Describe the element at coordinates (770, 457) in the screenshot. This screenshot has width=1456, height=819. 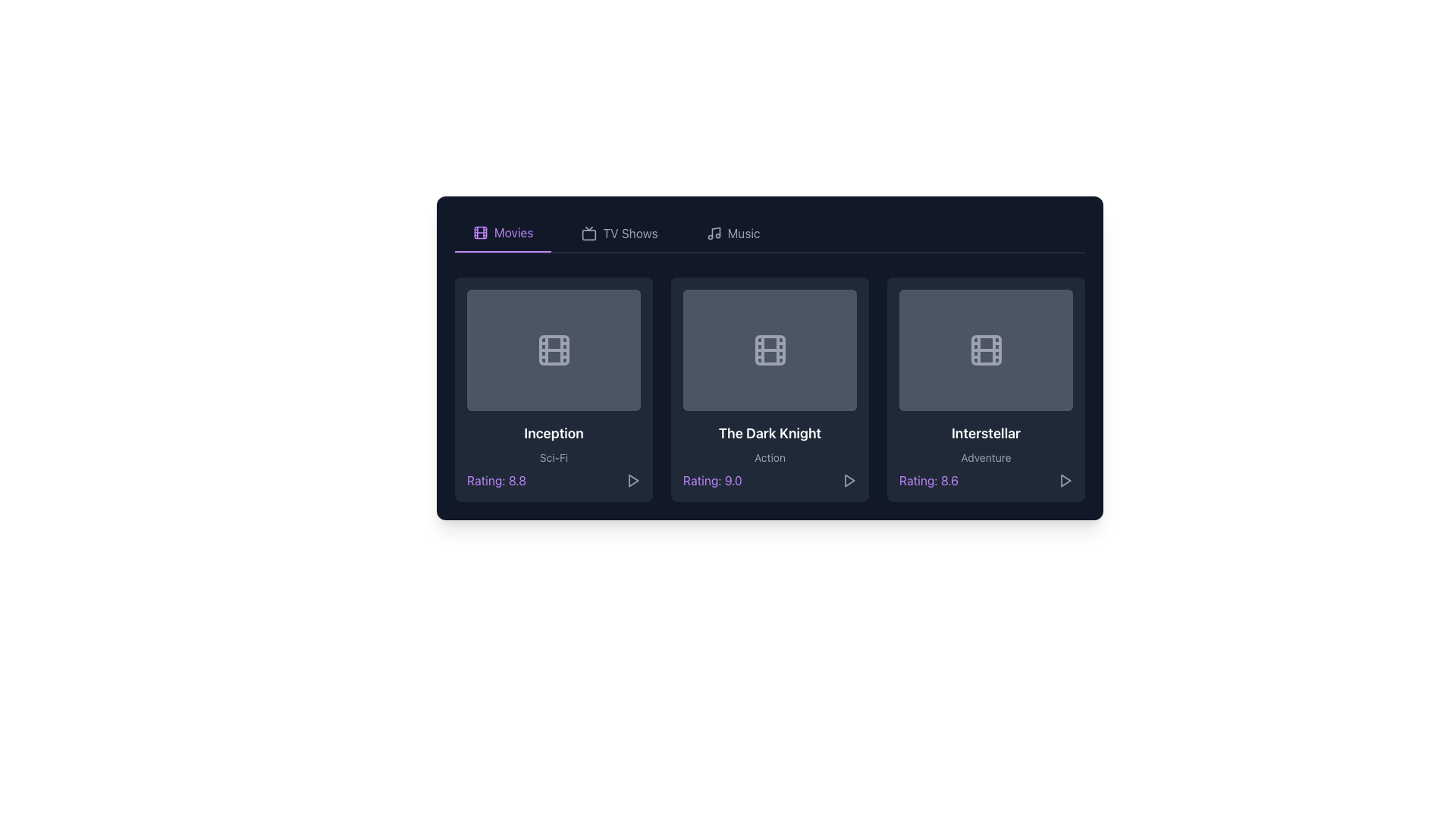
I see `the text label displaying 'Action' in a small gray font, positioned beneath the title 'The Dark Knight' and above the purple-colored rating detail` at that location.